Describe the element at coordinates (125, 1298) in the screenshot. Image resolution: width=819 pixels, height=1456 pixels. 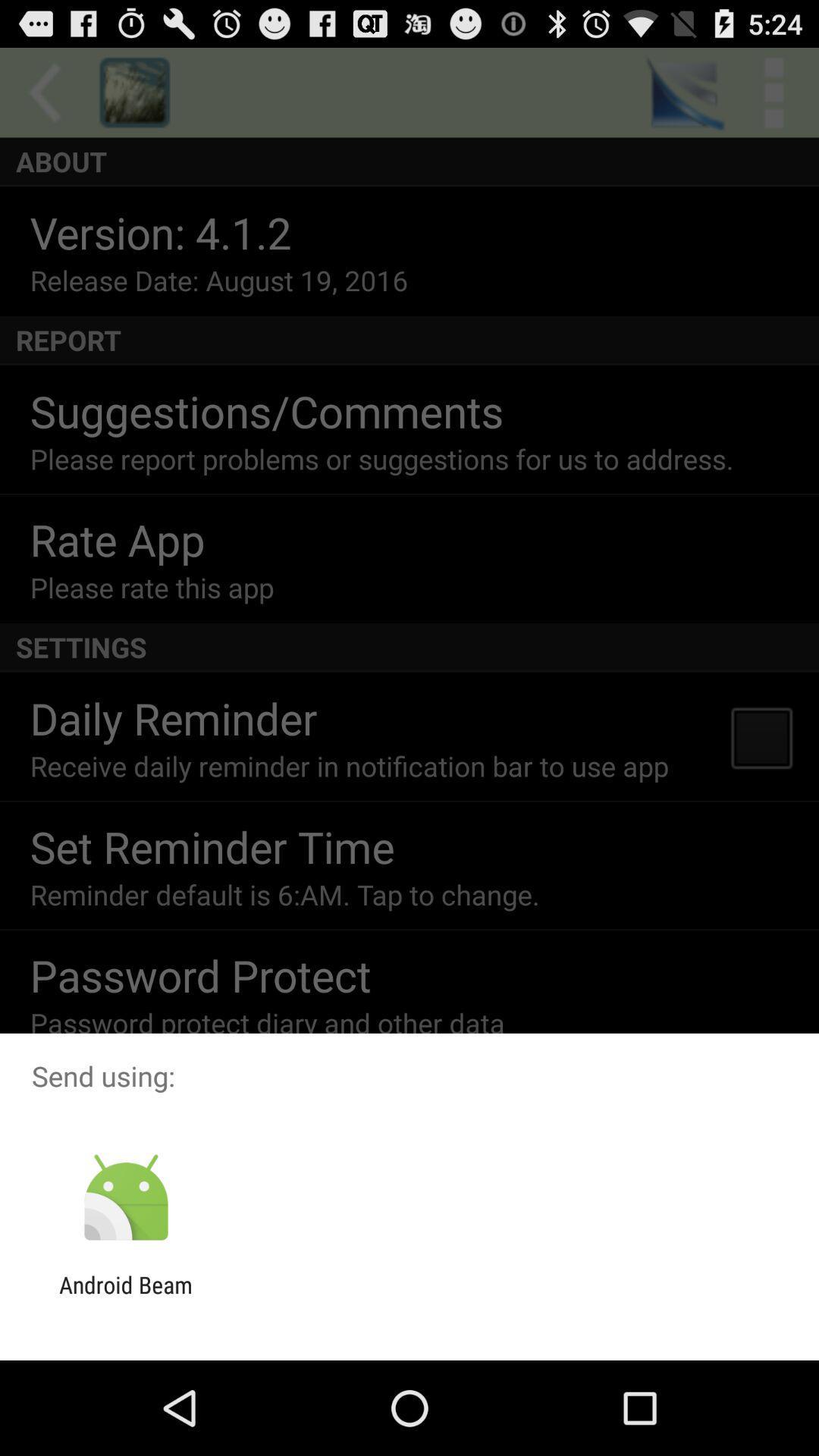
I see `the android beam` at that location.